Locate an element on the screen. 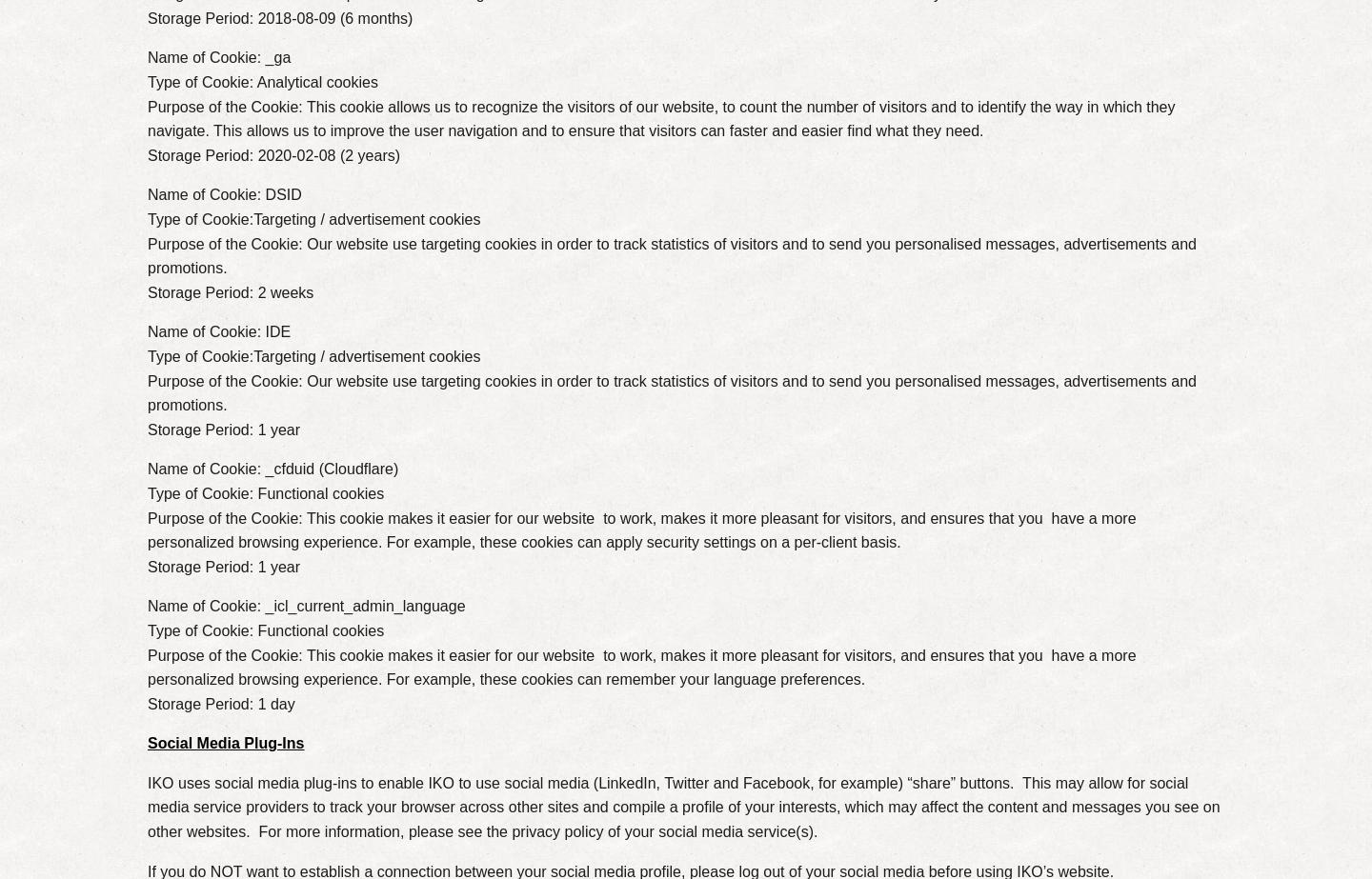 The height and width of the screenshot is (879, 1372). 'IKO uses social media plug-ins to enable IKO to use social media (LinkedIn, Twitter and Facebook, for example) “share” buttons.  This may allow for social media service providers to track your browser across other sites and compile a profile of your interests, which may affect the content and messages you see on other websites.  For more information, please see the privacy policy of your social media service(s).' is located at coordinates (683, 806).